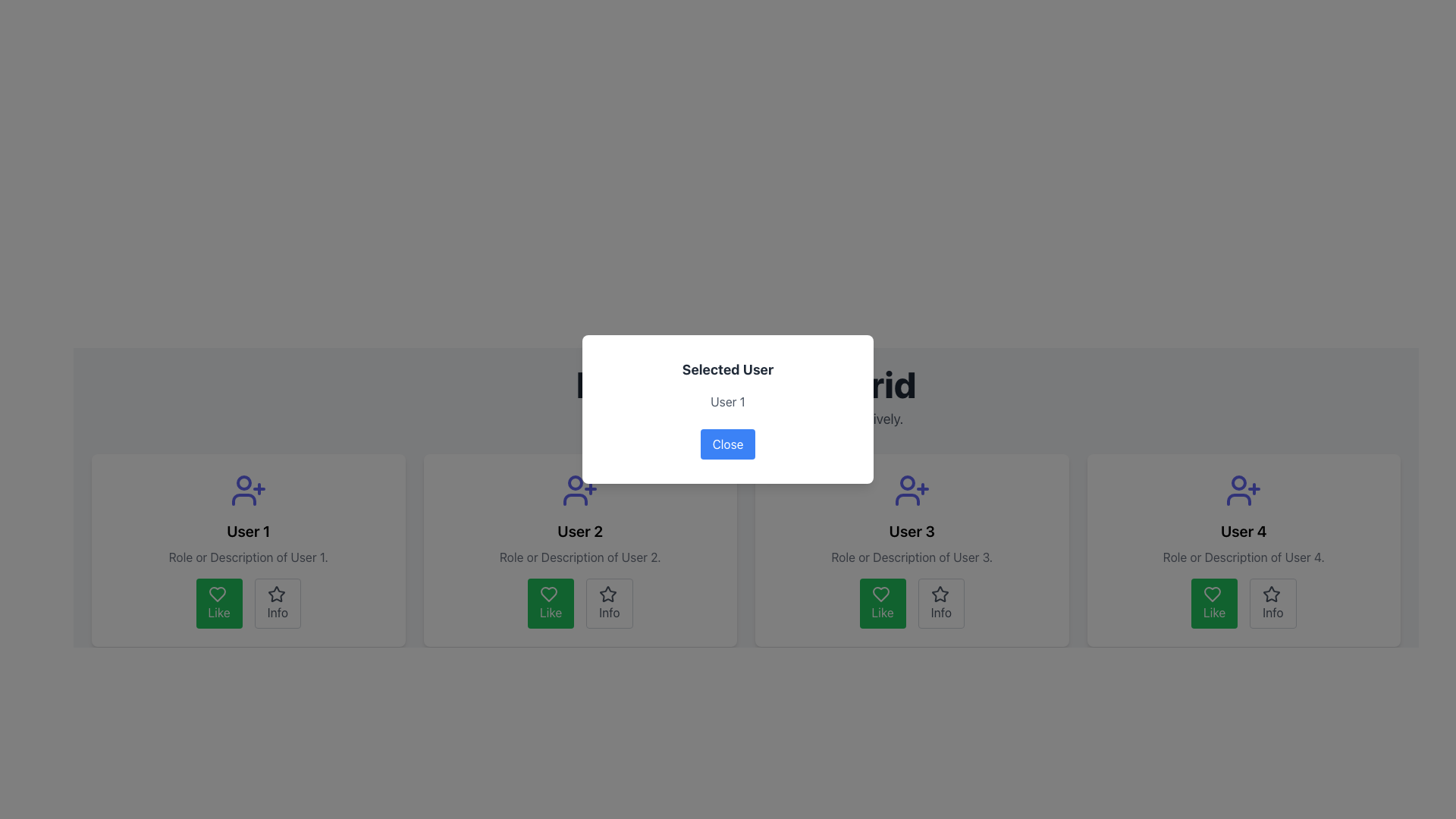 Image resolution: width=1456 pixels, height=819 pixels. What do you see at coordinates (939, 593) in the screenshot?
I see `the star-shaped icon with a hollow center that is located within the card for 'User 3,' positioned to the right of the green 'Like' button` at bounding box center [939, 593].